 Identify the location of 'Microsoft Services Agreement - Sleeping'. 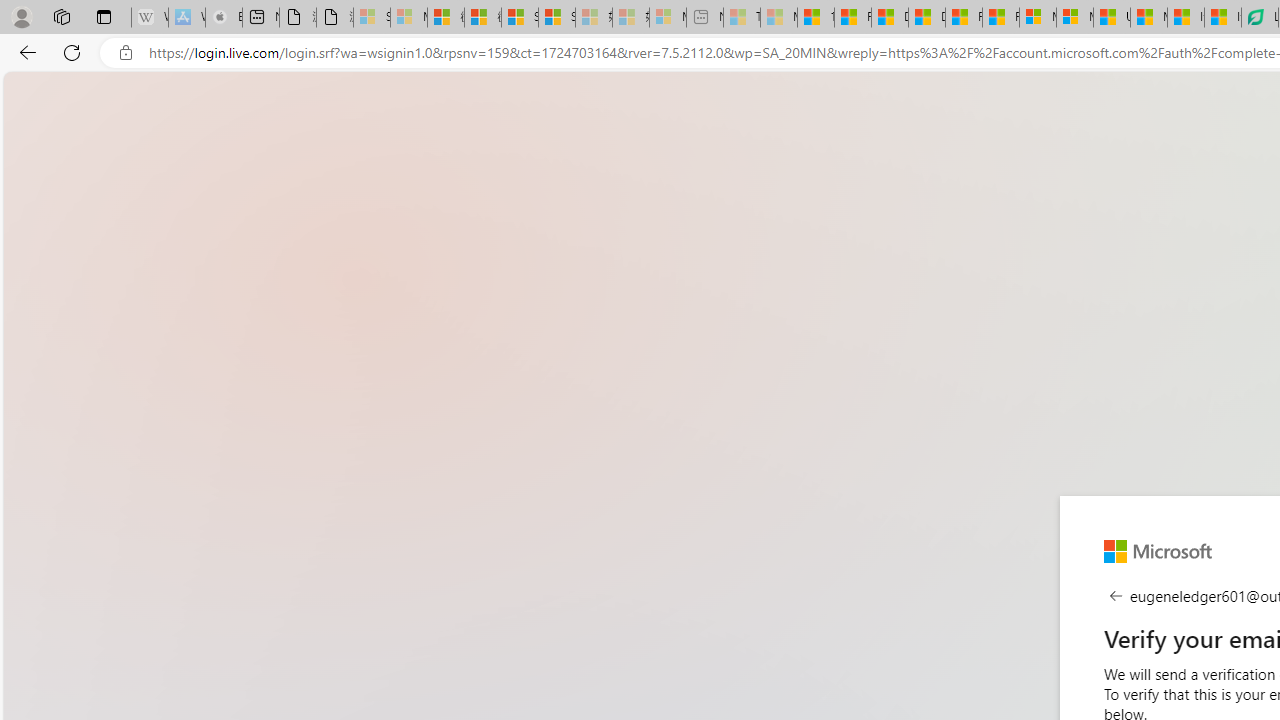
(407, 17).